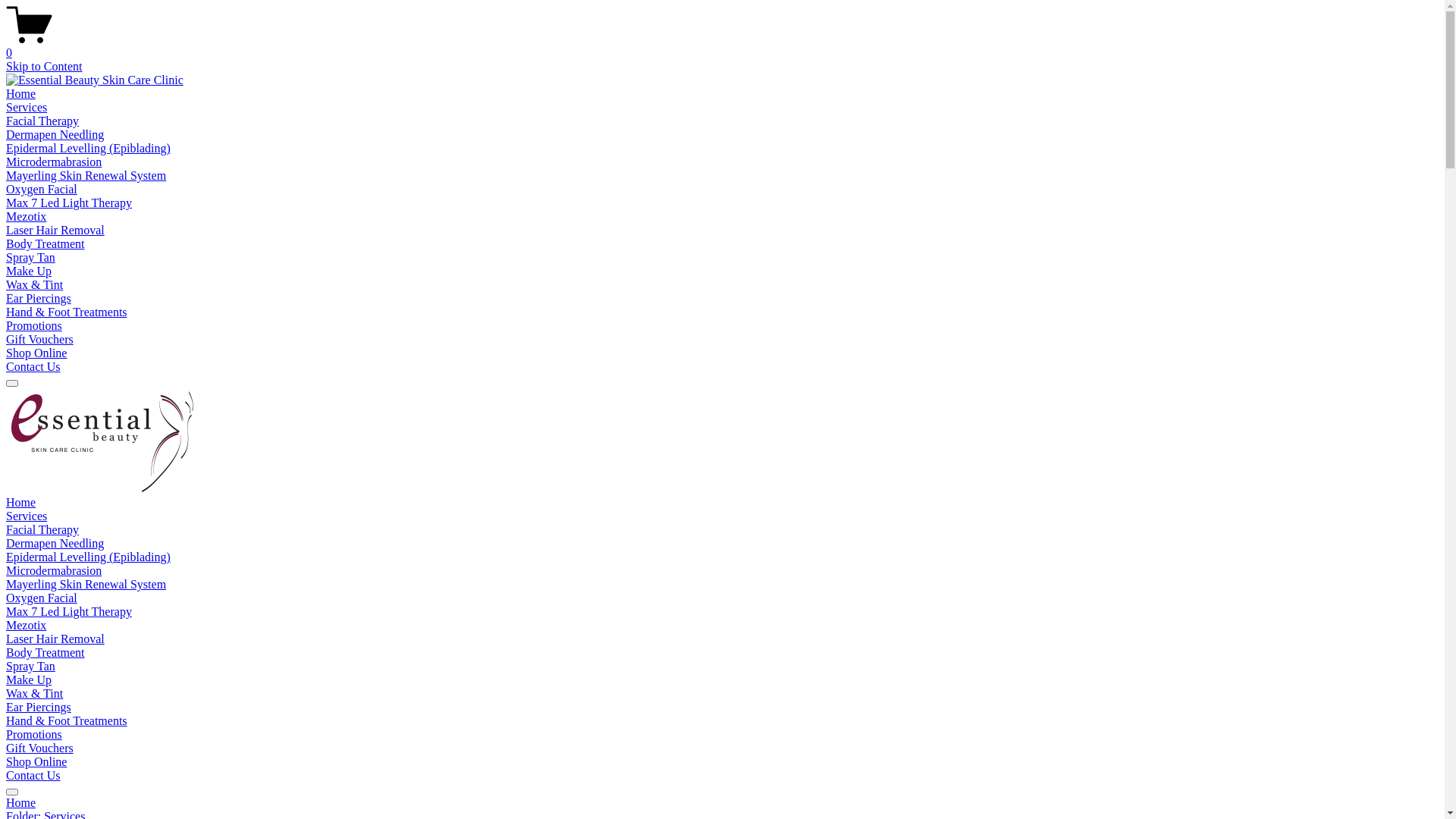 This screenshot has height=819, width=1456. What do you see at coordinates (55, 133) in the screenshot?
I see `'Dermapen Needling'` at bounding box center [55, 133].